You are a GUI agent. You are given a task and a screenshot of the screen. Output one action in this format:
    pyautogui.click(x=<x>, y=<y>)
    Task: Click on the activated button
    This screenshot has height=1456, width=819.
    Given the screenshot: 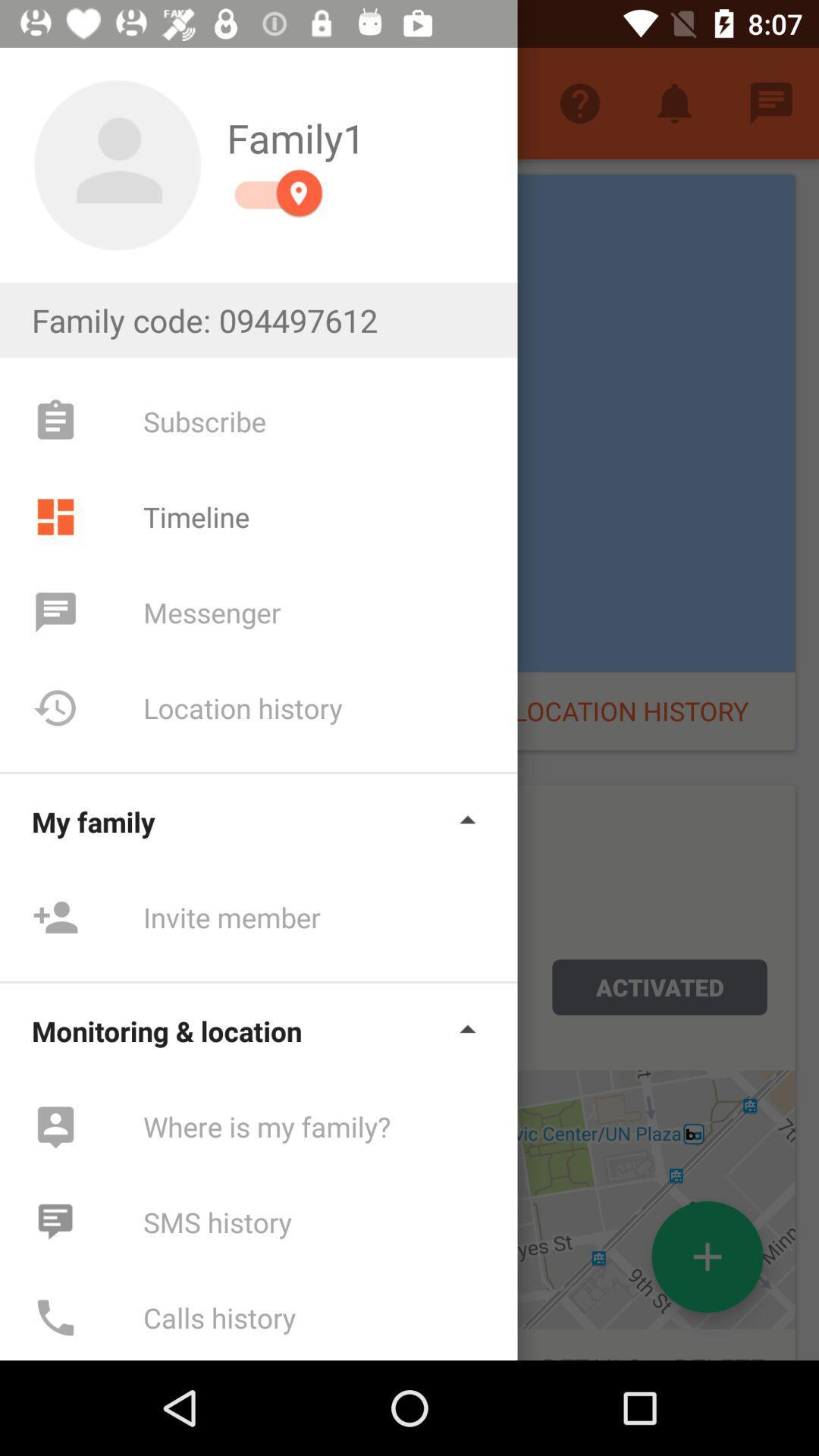 What is the action you would take?
    pyautogui.click(x=659, y=987)
    